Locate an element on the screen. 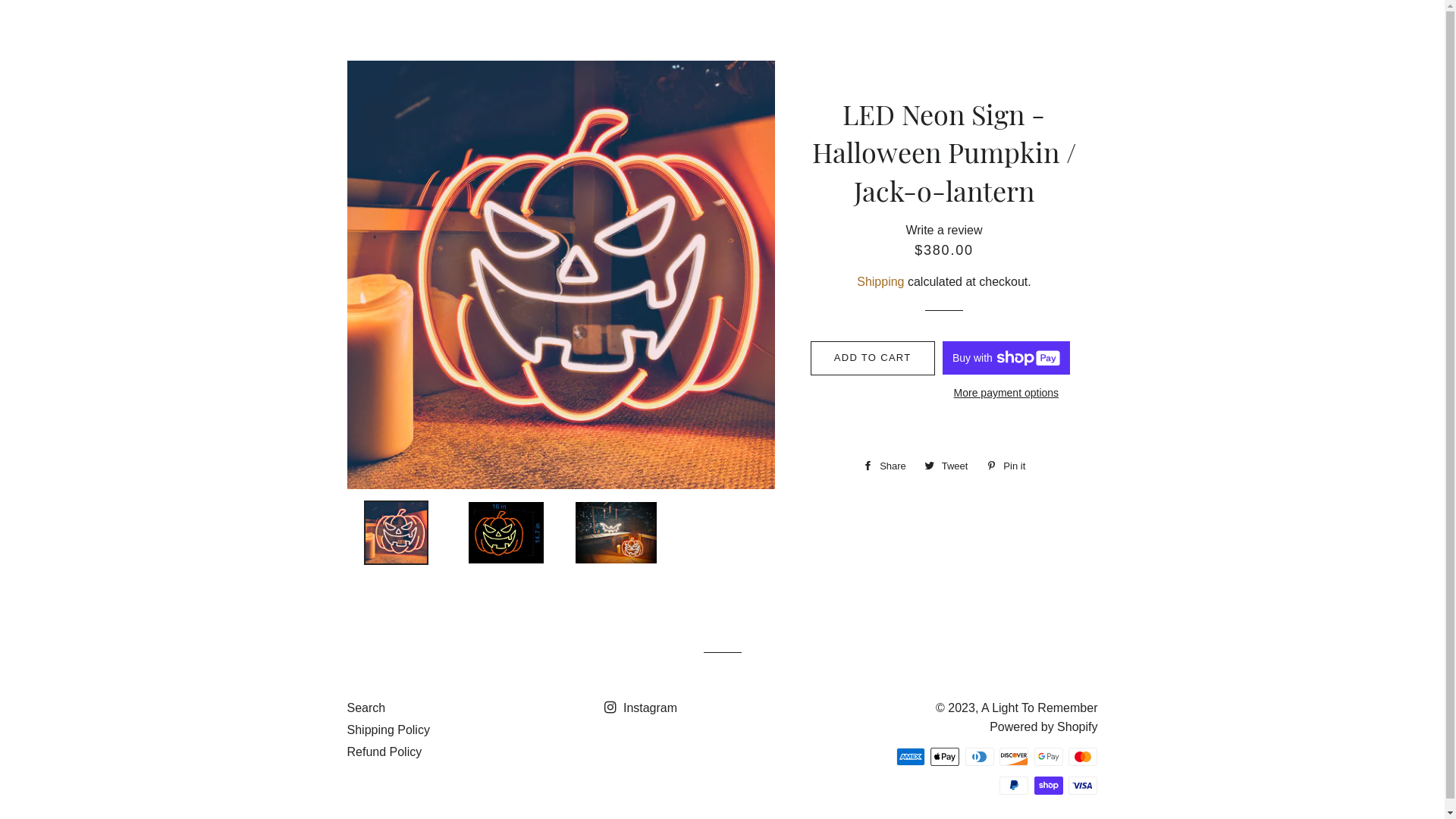 This screenshot has width=1456, height=819. 'Instagram' is located at coordinates (640, 708).